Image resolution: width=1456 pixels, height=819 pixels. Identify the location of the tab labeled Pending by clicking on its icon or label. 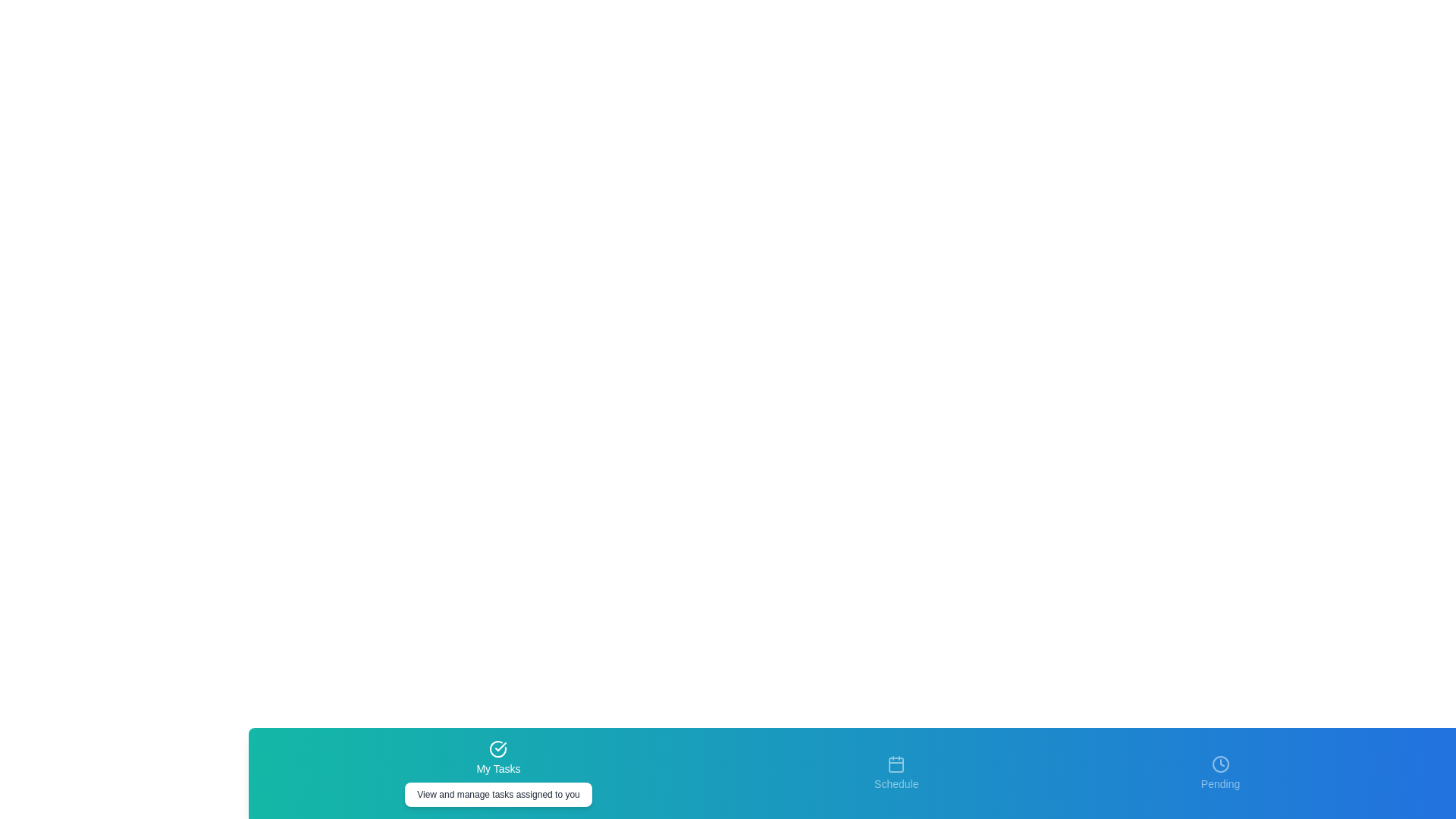
(1220, 773).